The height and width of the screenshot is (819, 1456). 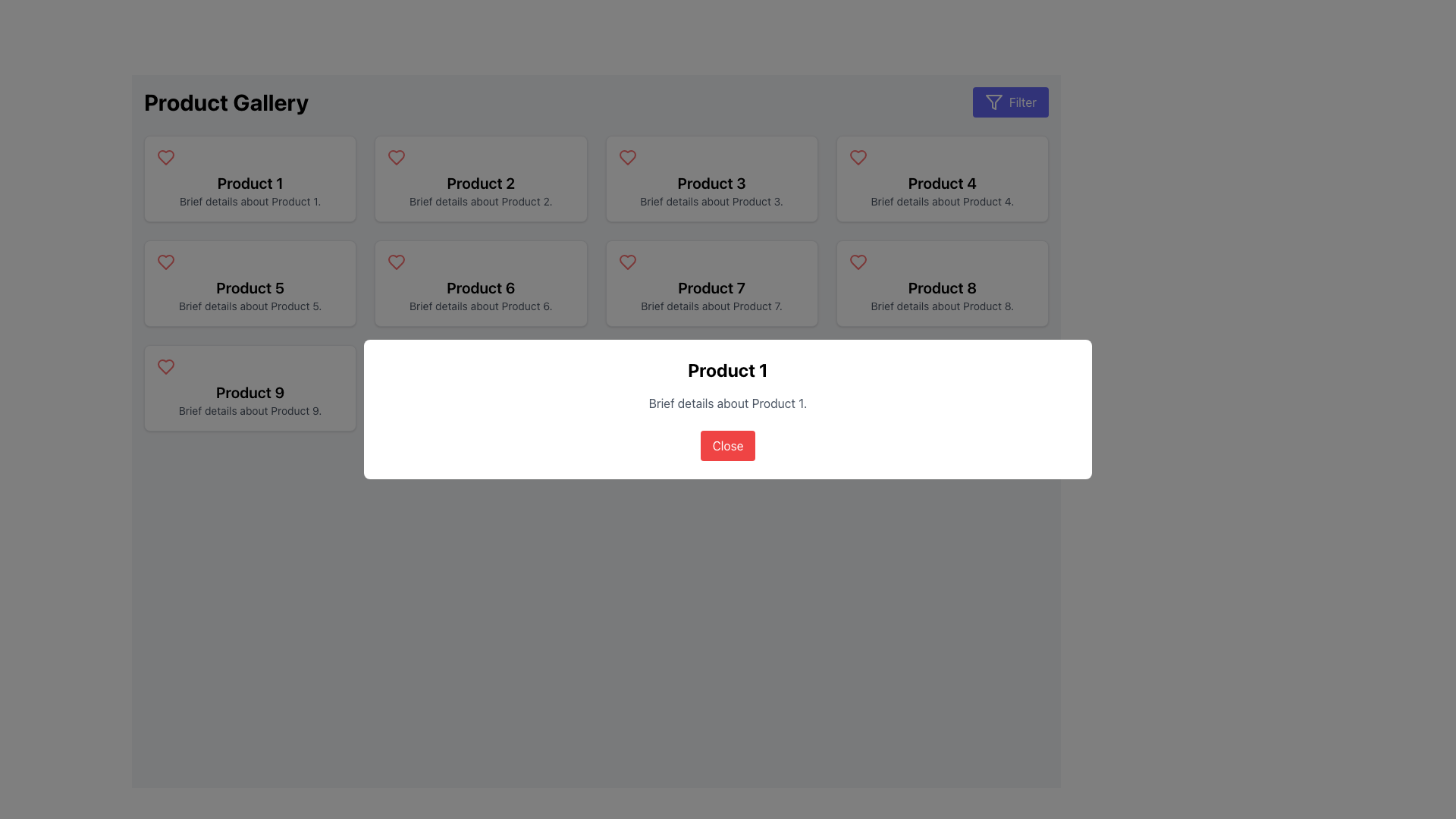 I want to click on the red heart-shaped icon button above the label 'Product 2', so click(x=397, y=158).